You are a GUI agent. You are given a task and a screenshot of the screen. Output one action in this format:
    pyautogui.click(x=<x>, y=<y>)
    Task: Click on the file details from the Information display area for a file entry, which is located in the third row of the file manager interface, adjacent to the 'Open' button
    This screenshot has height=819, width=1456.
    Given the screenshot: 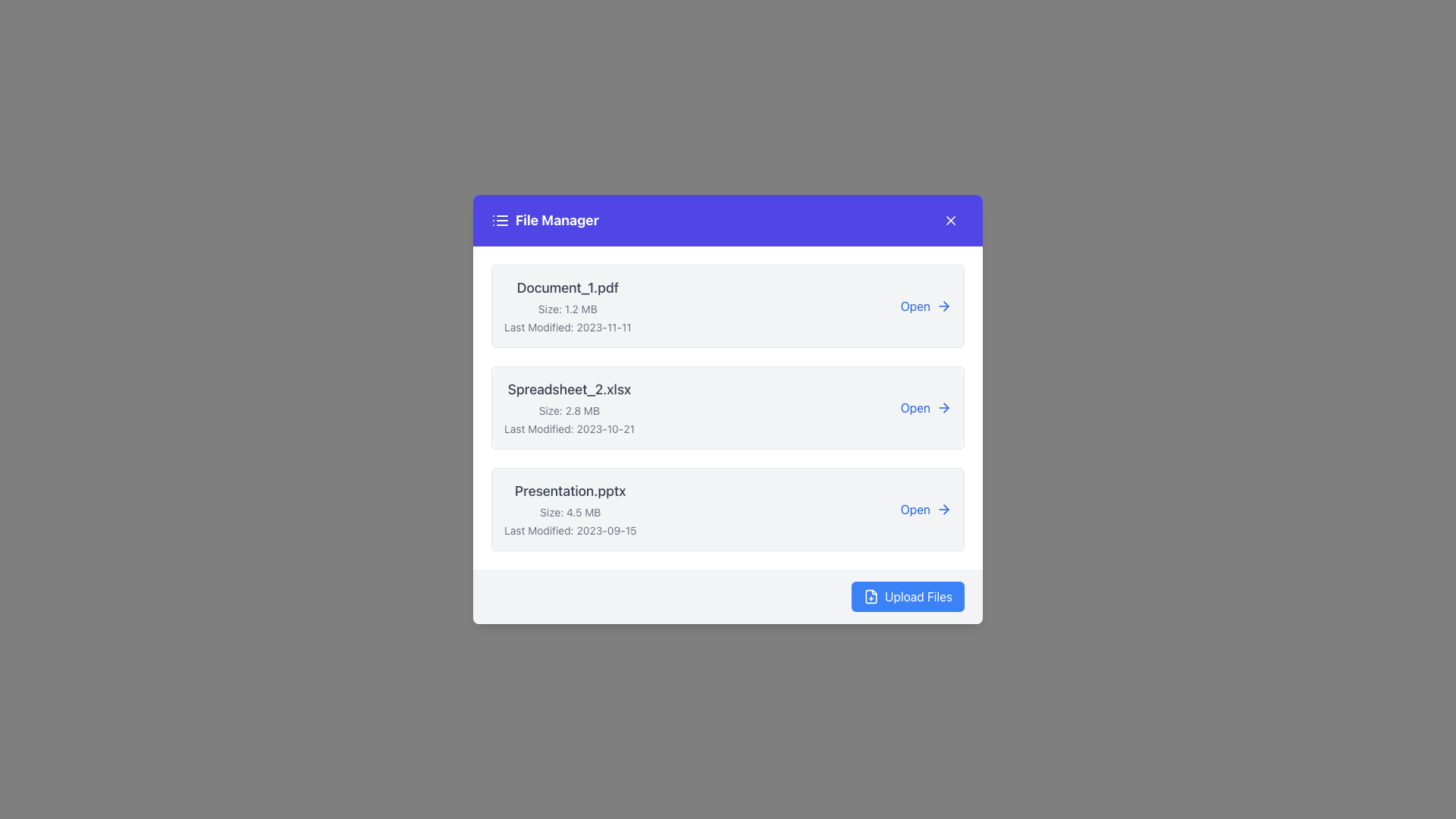 What is the action you would take?
    pyautogui.click(x=570, y=509)
    